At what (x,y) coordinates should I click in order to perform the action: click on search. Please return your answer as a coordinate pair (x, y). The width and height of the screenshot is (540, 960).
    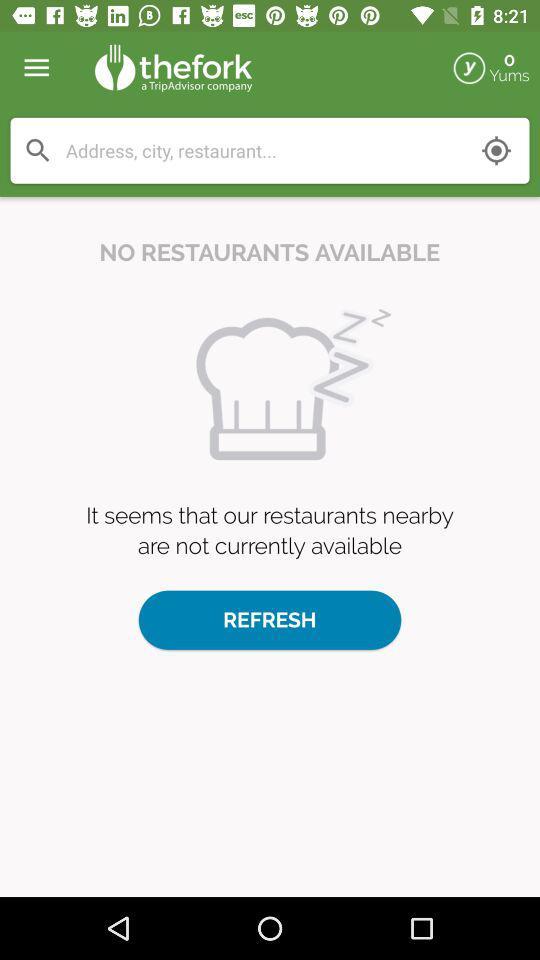
    Looking at the image, I should click on (38, 149).